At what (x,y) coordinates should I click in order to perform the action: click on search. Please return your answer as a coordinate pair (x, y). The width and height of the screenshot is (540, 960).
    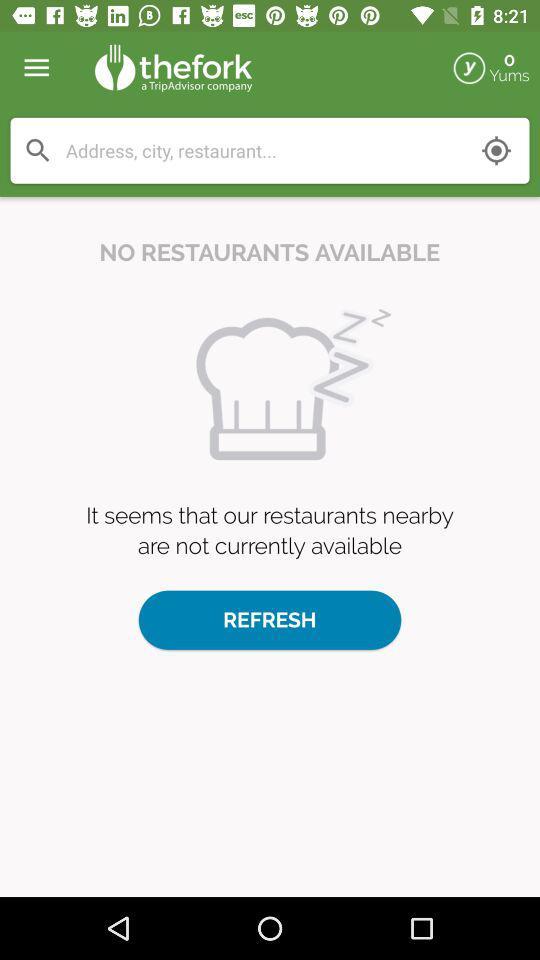
    Looking at the image, I should click on (38, 149).